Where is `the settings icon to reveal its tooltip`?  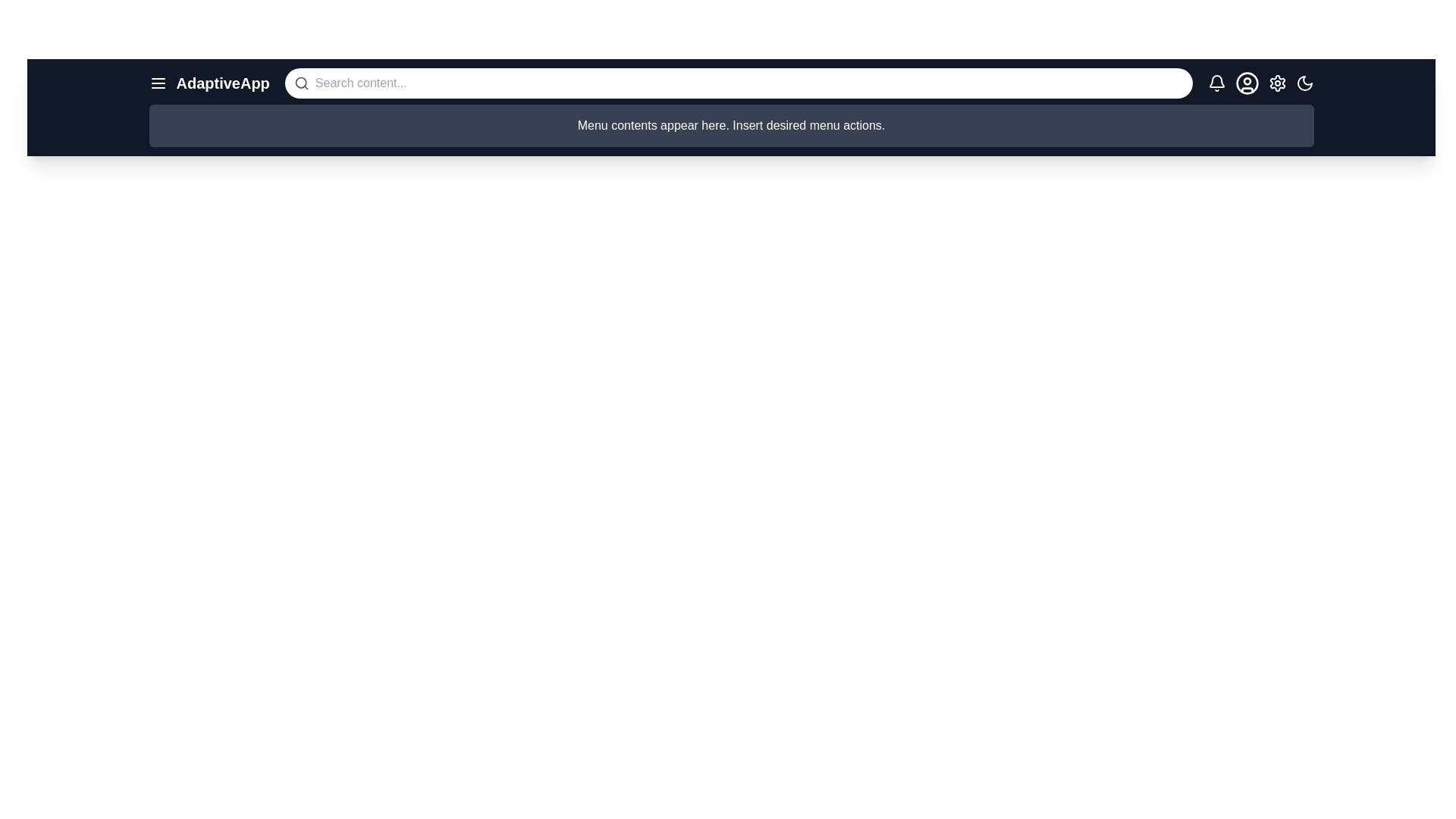 the settings icon to reveal its tooltip is located at coordinates (1276, 83).